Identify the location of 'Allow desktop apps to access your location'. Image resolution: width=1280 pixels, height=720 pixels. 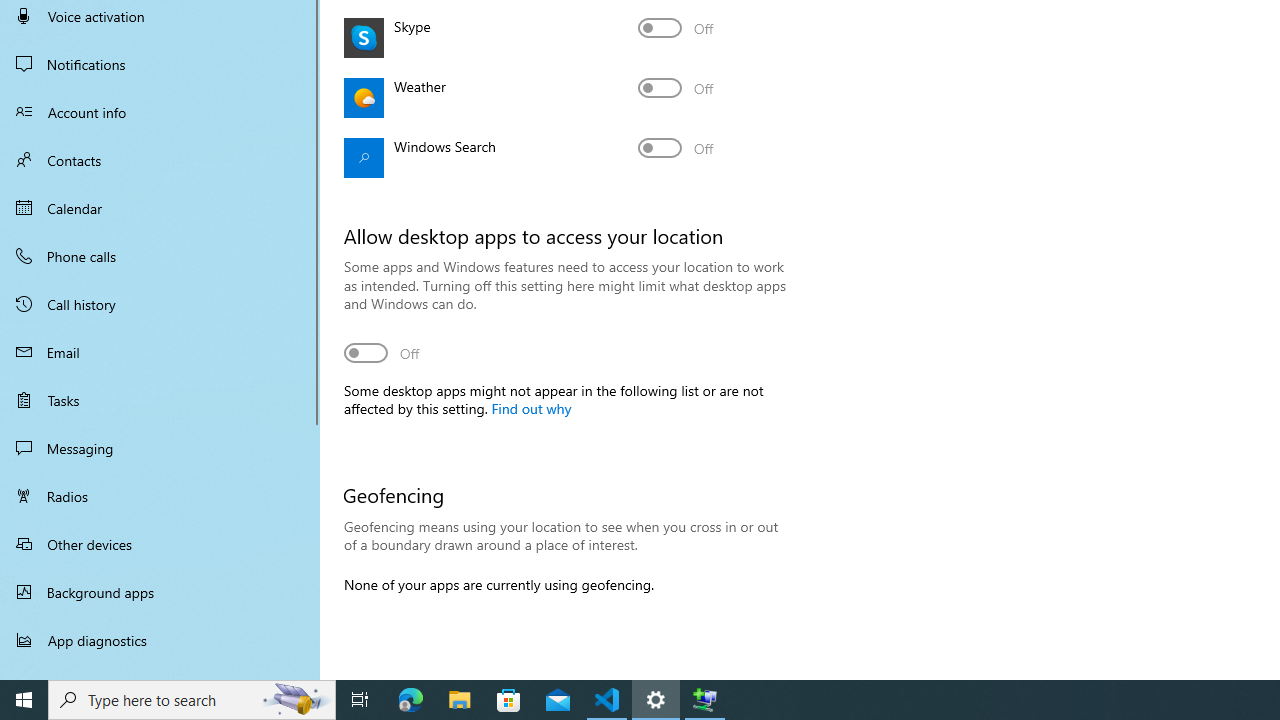
(382, 351).